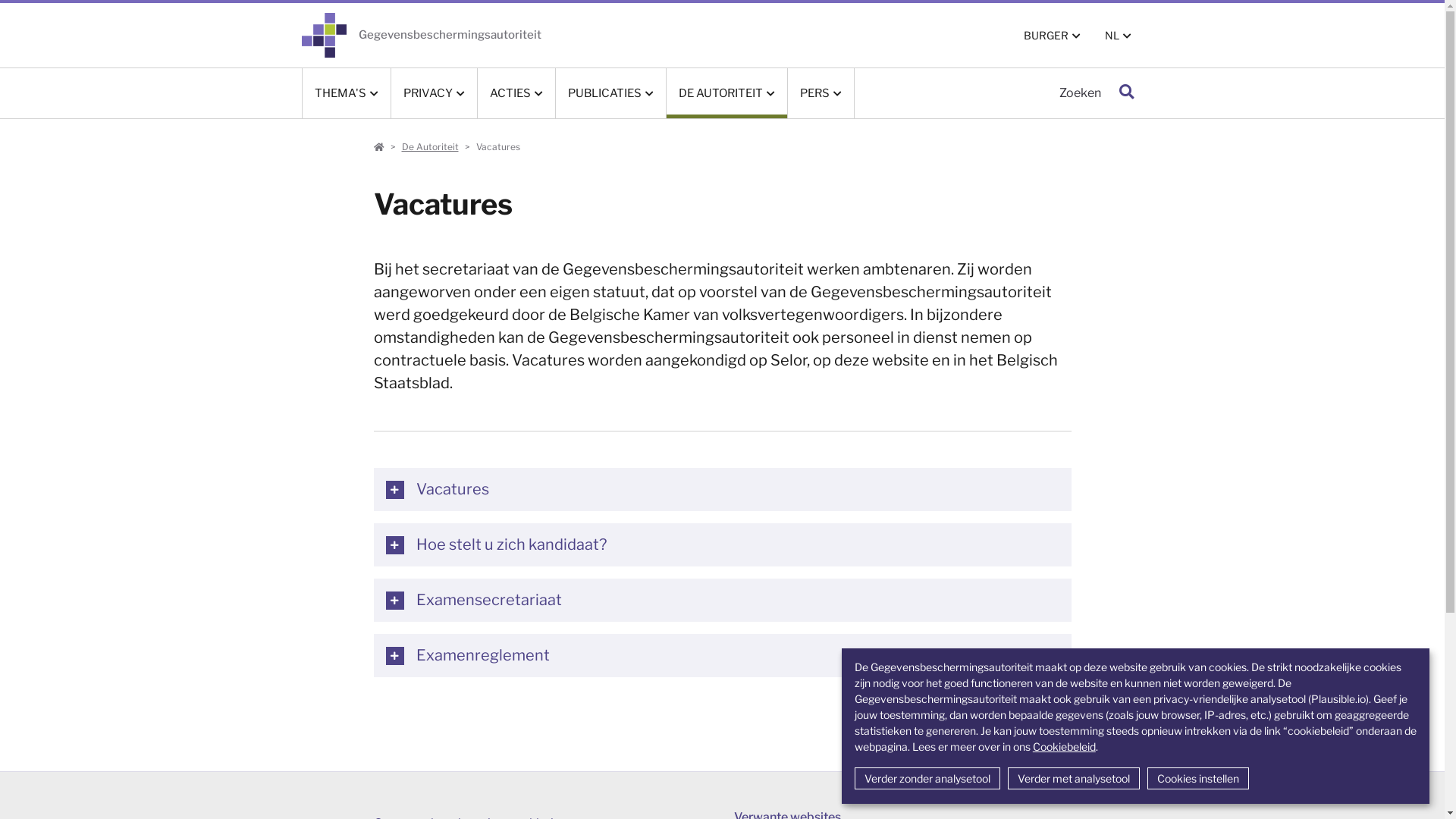 Image resolution: width=1456 pixels, height=819 pixels. I want to click on 'Cookies instellen', so click(1197, 778).